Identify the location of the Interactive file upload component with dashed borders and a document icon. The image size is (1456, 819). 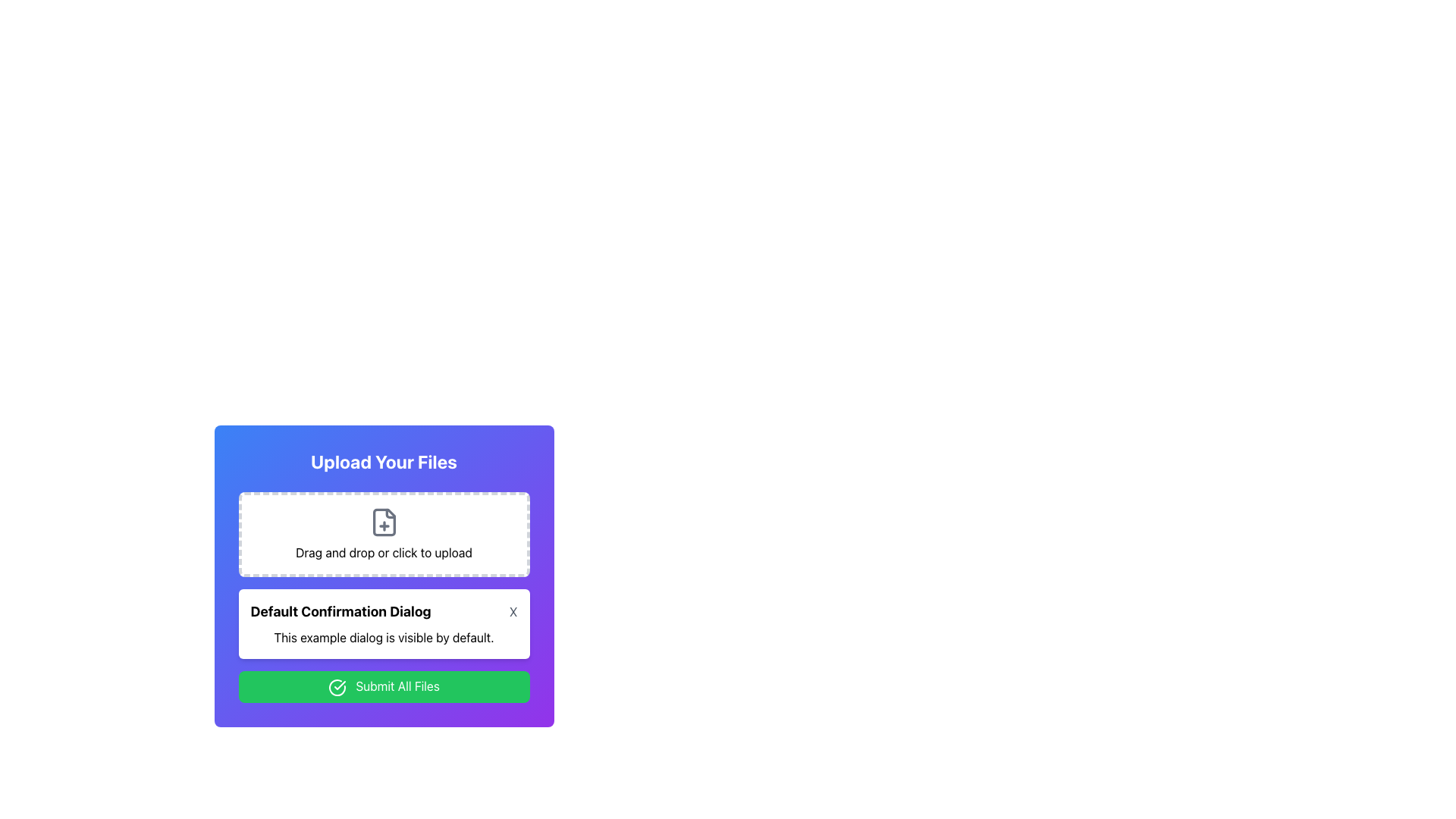
(384, 534).